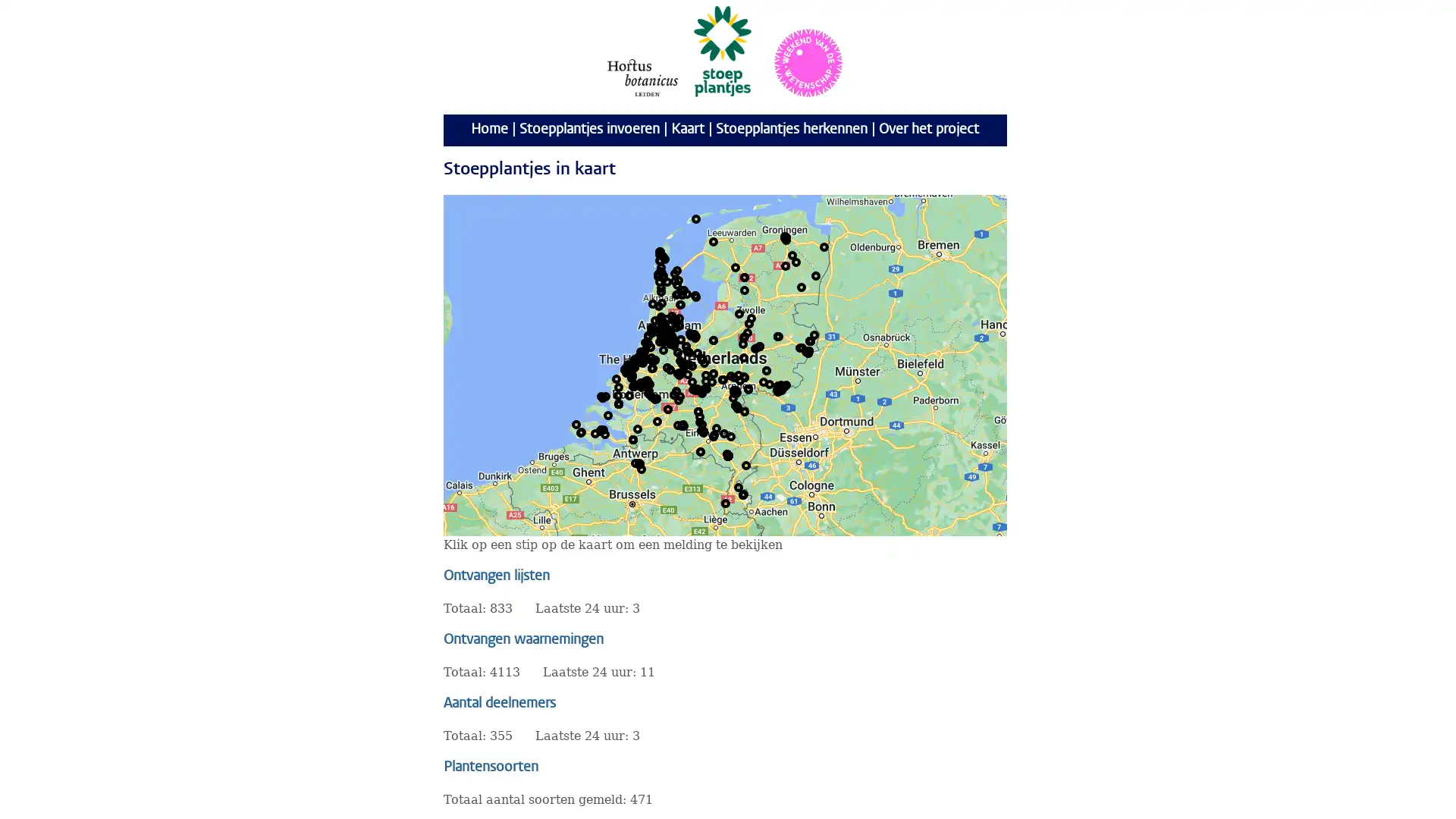 The width and height of the screenshot is (1456, 819). What do you see at coordinates (807, 351) in the screenshot?
I see `Telling van Marcel Meijer Hof op 22 januari 2022` at bounding box center [807, 351].